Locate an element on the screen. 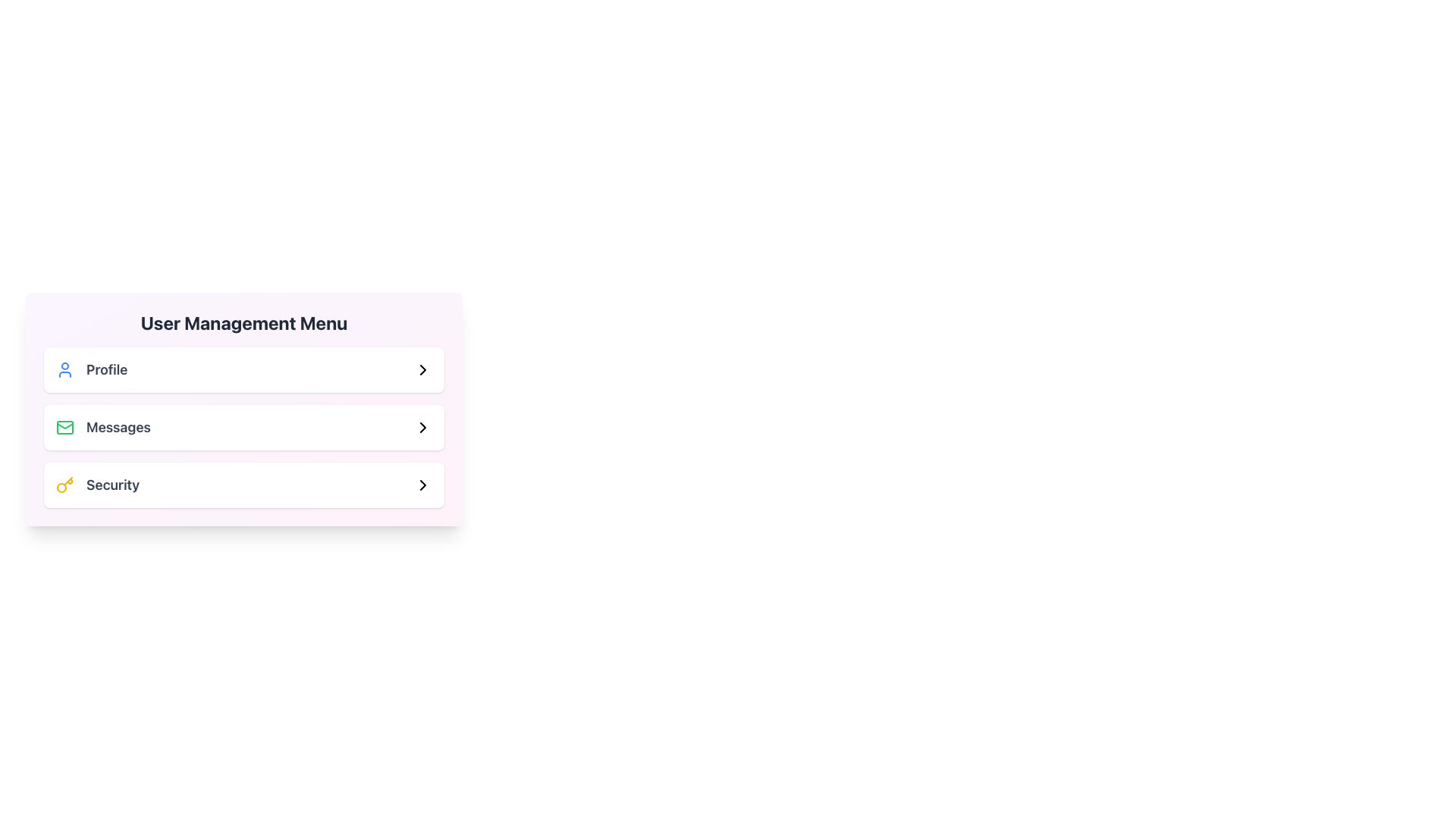 This screenshot has width=1456, height=819. the 'Messages' icon in the User Management Menu, which is visually positioned to the left of the text label 'Messages' is located at coordinates (64, 427).